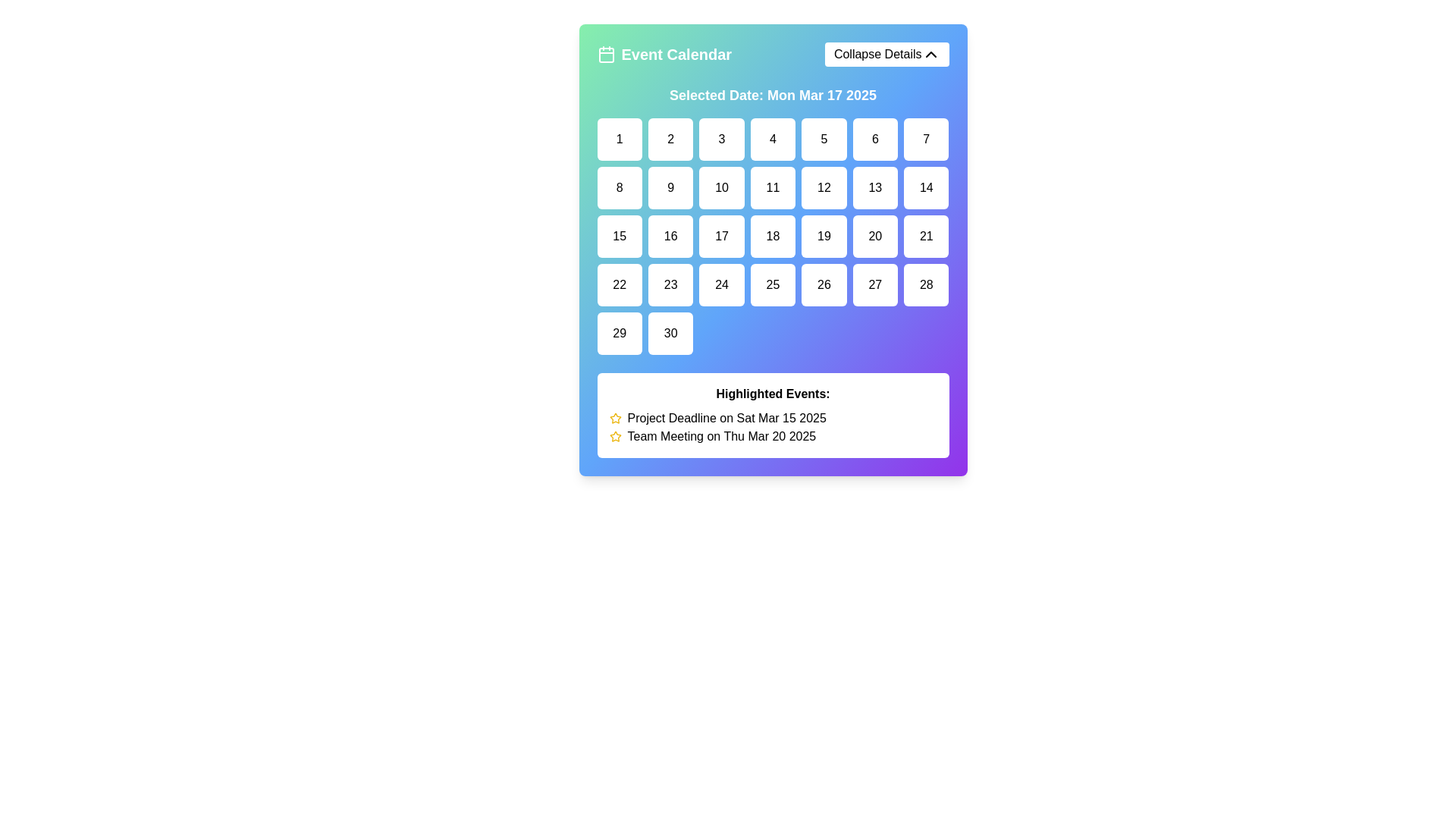 The height and width of the screenshot is (819, 1456). What do you see at coordinates (721, 237) in the screenshot?
I see `the square button with a white background and rounded corners that displays the number '17' in black font` at bounding box center [721, 237].